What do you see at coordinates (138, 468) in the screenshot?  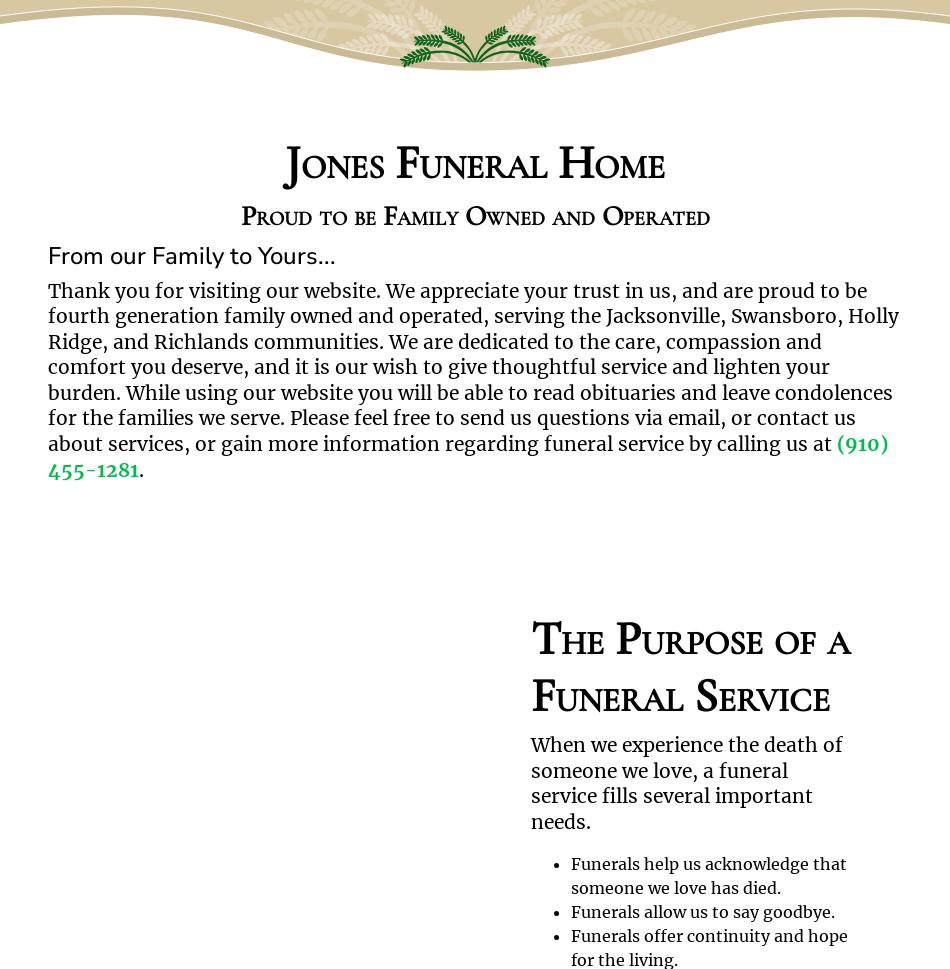 I see `'.'` at bounding box center [138, 468].